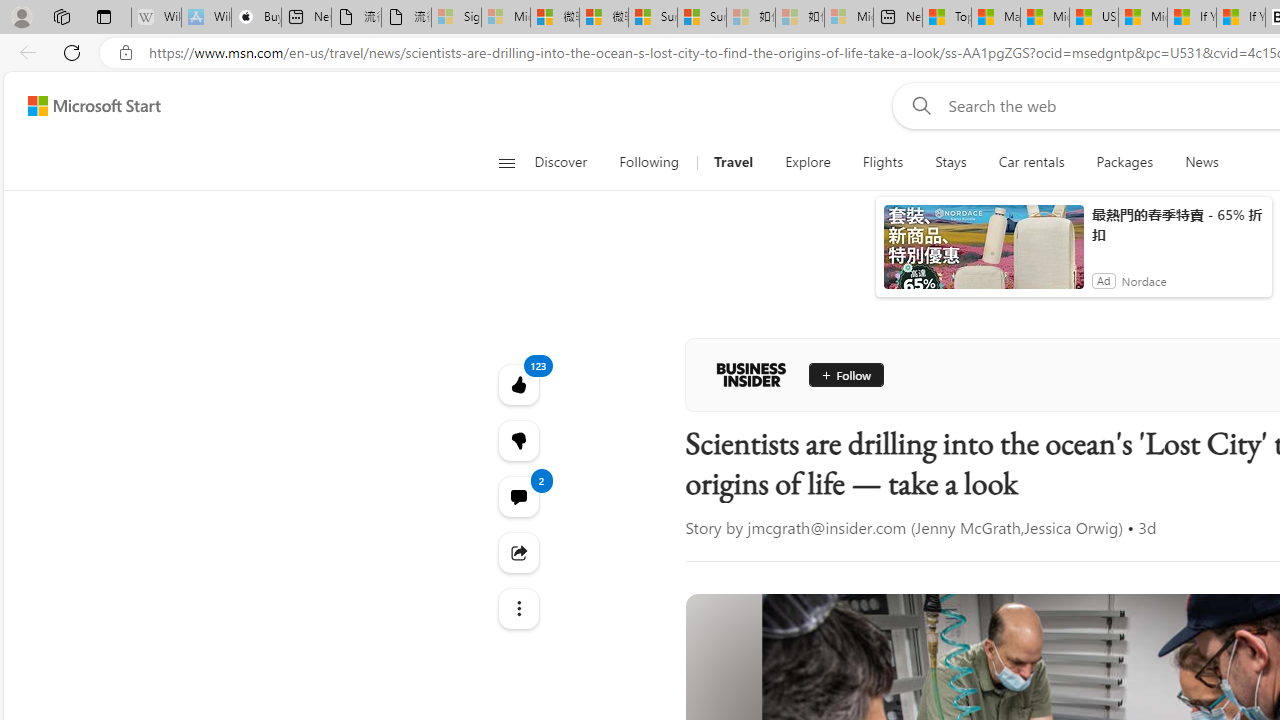  What do you see at coordinates (1031, 162) in the screenshot?
I see `'Car rentals'` at bounding box center [1031, 162].